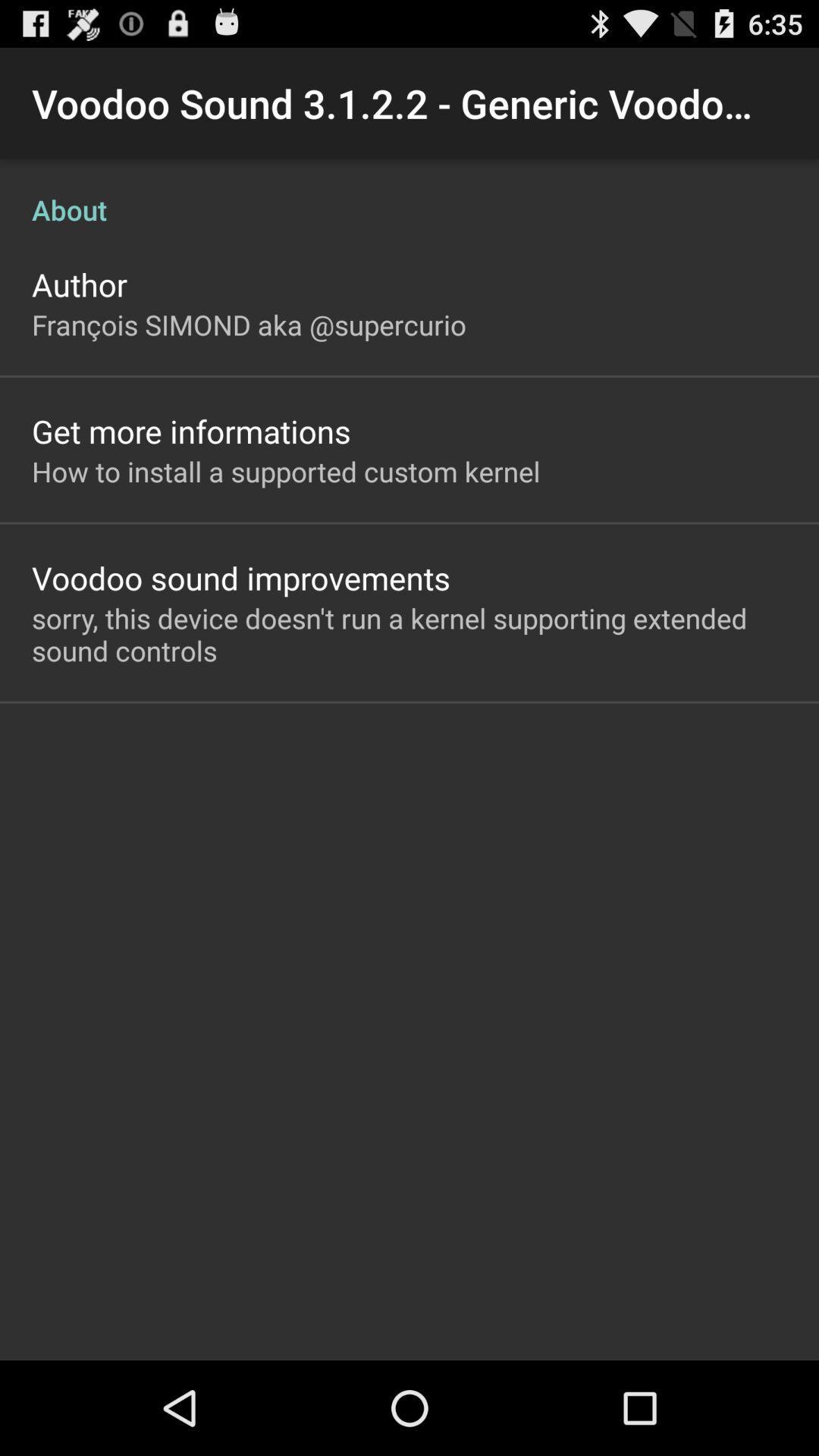  What do you see at coordinates (286, 470) in the screenshot?
I see `item below get more informations item` at bounding box center [286, 470].